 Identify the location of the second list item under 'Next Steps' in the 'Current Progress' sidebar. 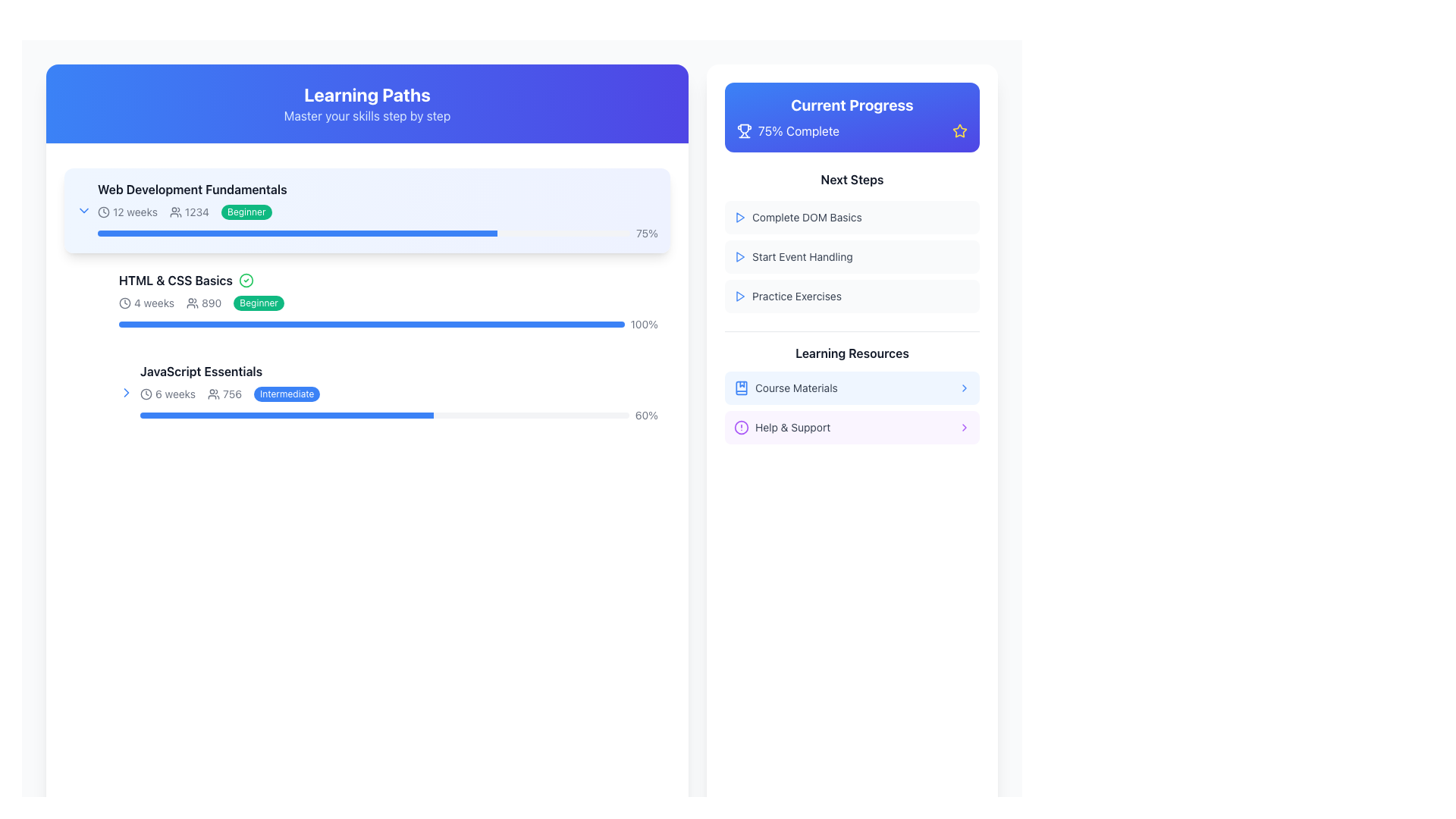
(852, 256).